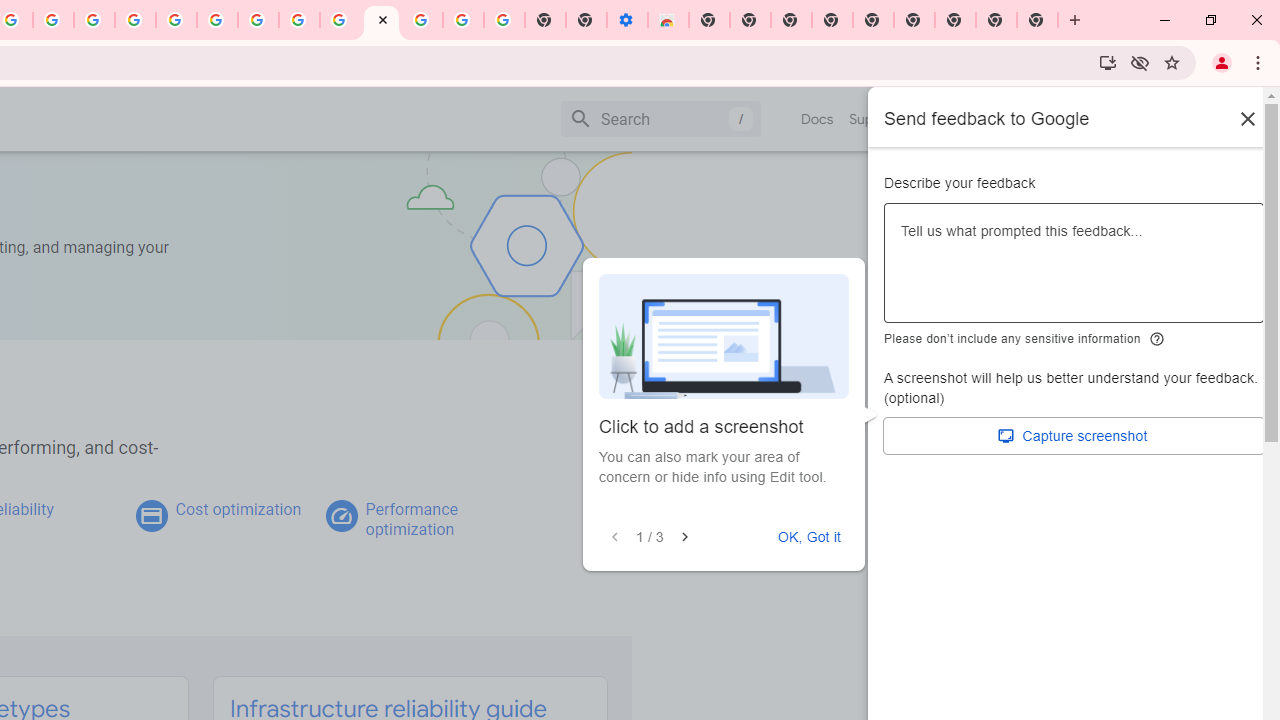 Image resolution: width=1280 pixels, height=720 pixels. I want to click on 'Docs', so click(817, 119).